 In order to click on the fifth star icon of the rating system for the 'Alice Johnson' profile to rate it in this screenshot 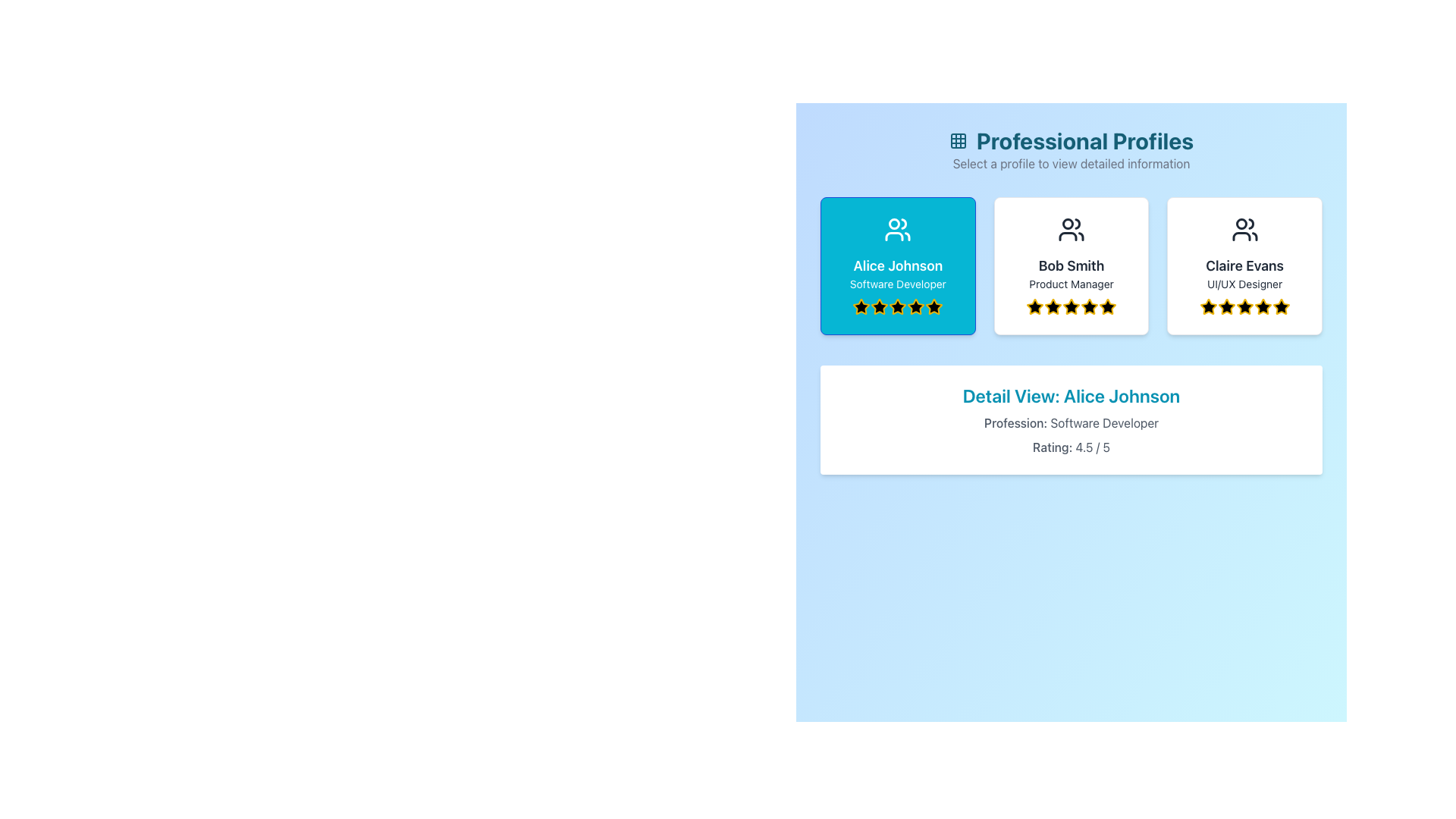, I will do `click(934, 307)`.